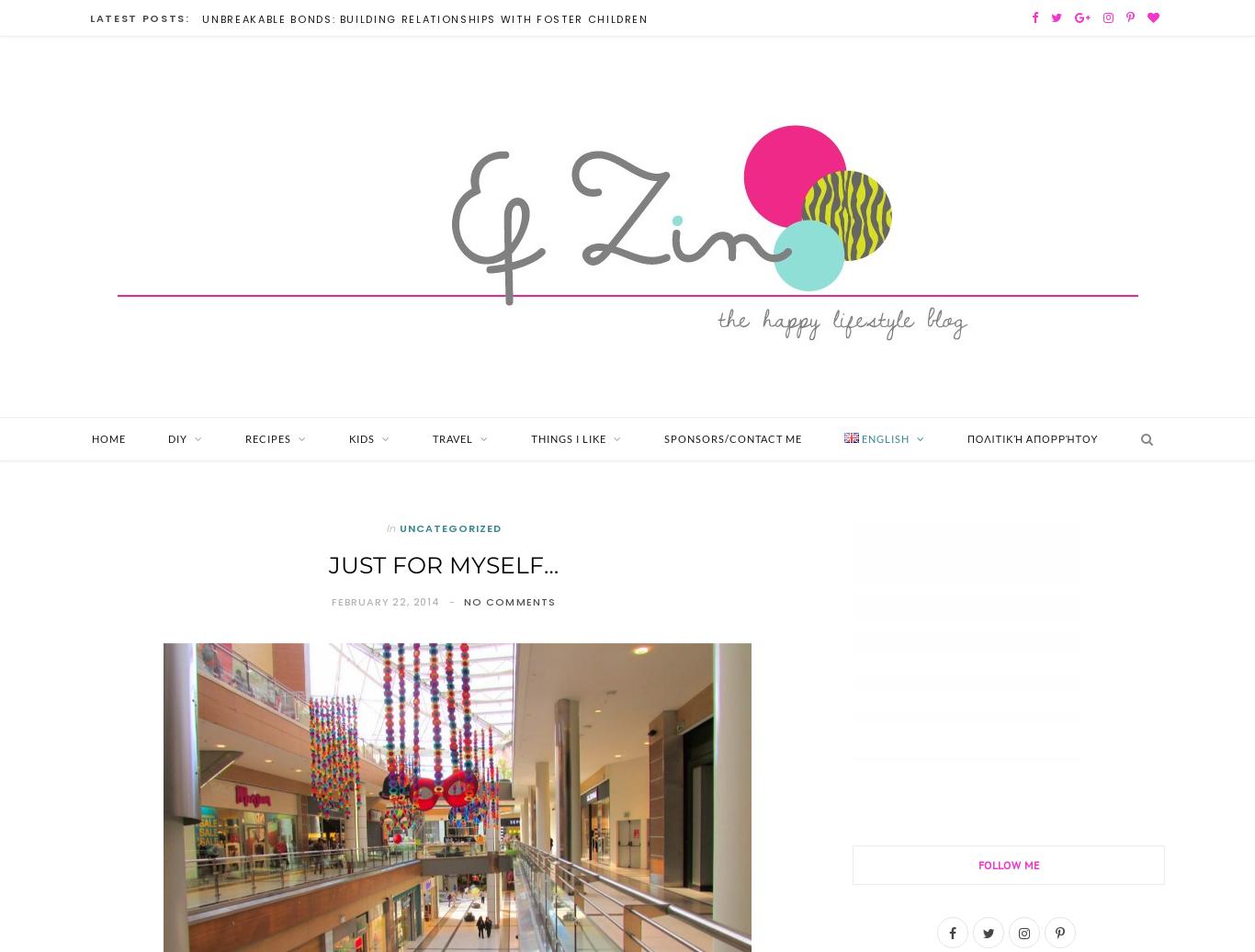  What do you see at coordinates (186, 587) in the screenshot?
I see `'fashion'` at bounding box center [186, 587].